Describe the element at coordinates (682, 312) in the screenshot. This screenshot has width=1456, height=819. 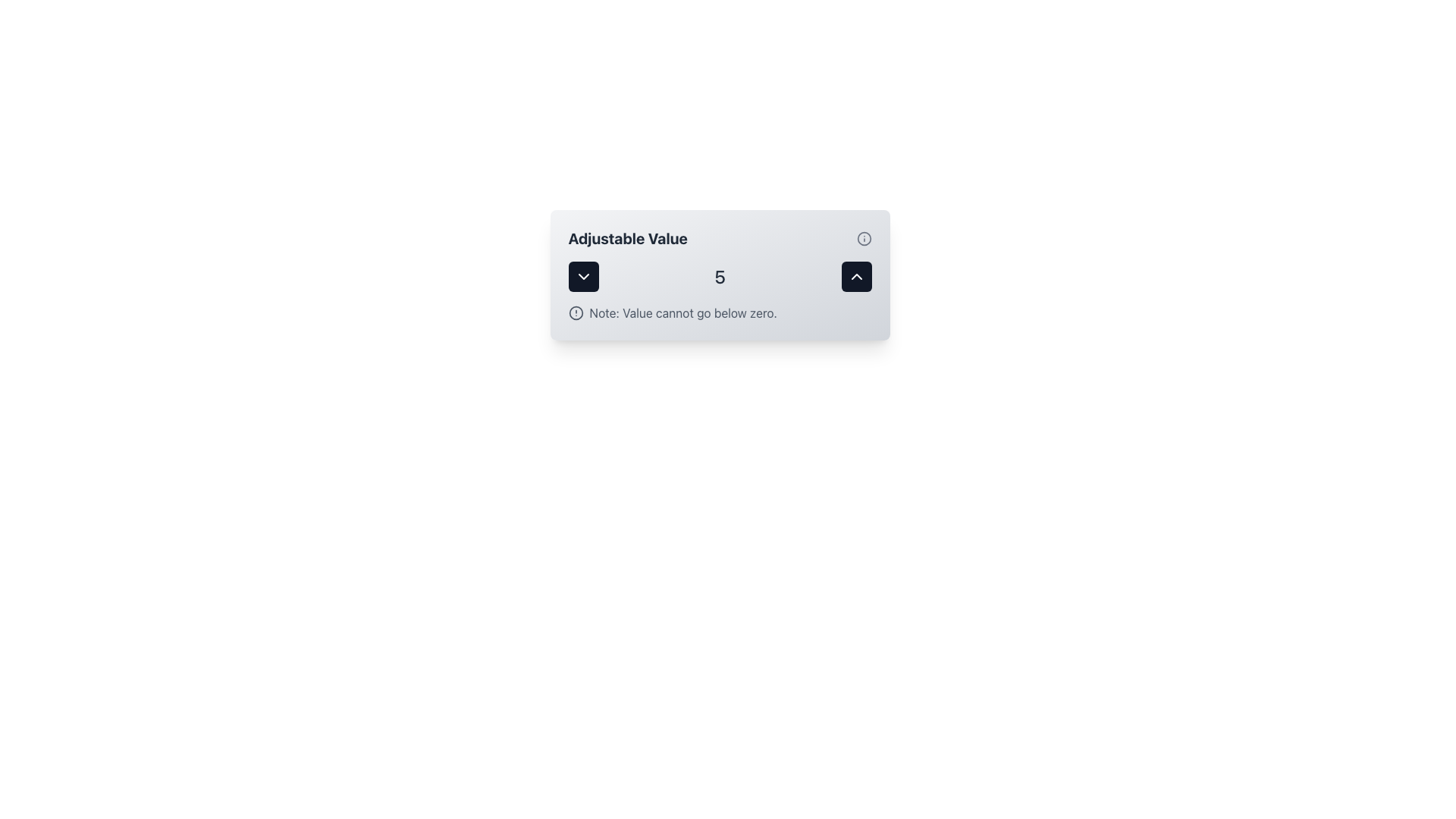
I see `information displayed in the Text Label that says 'Note: Value cannot go below zero.'` at that location.